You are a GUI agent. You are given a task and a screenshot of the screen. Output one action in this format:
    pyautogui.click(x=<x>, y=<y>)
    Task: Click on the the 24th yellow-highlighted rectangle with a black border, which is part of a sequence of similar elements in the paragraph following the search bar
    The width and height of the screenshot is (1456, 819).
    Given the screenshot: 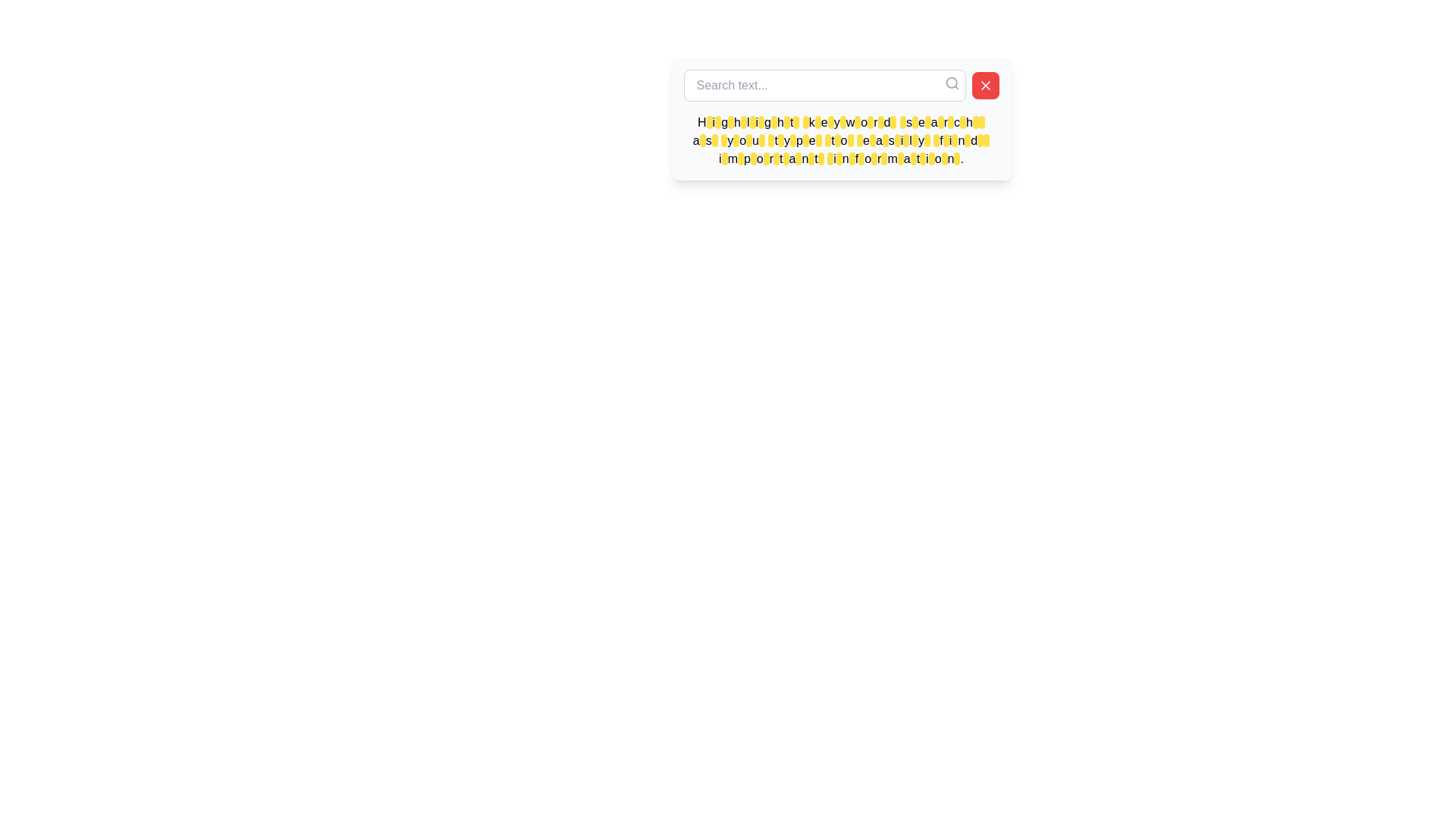 What is the action you would take?
    pyautogui.click(x=962, y=121)
    